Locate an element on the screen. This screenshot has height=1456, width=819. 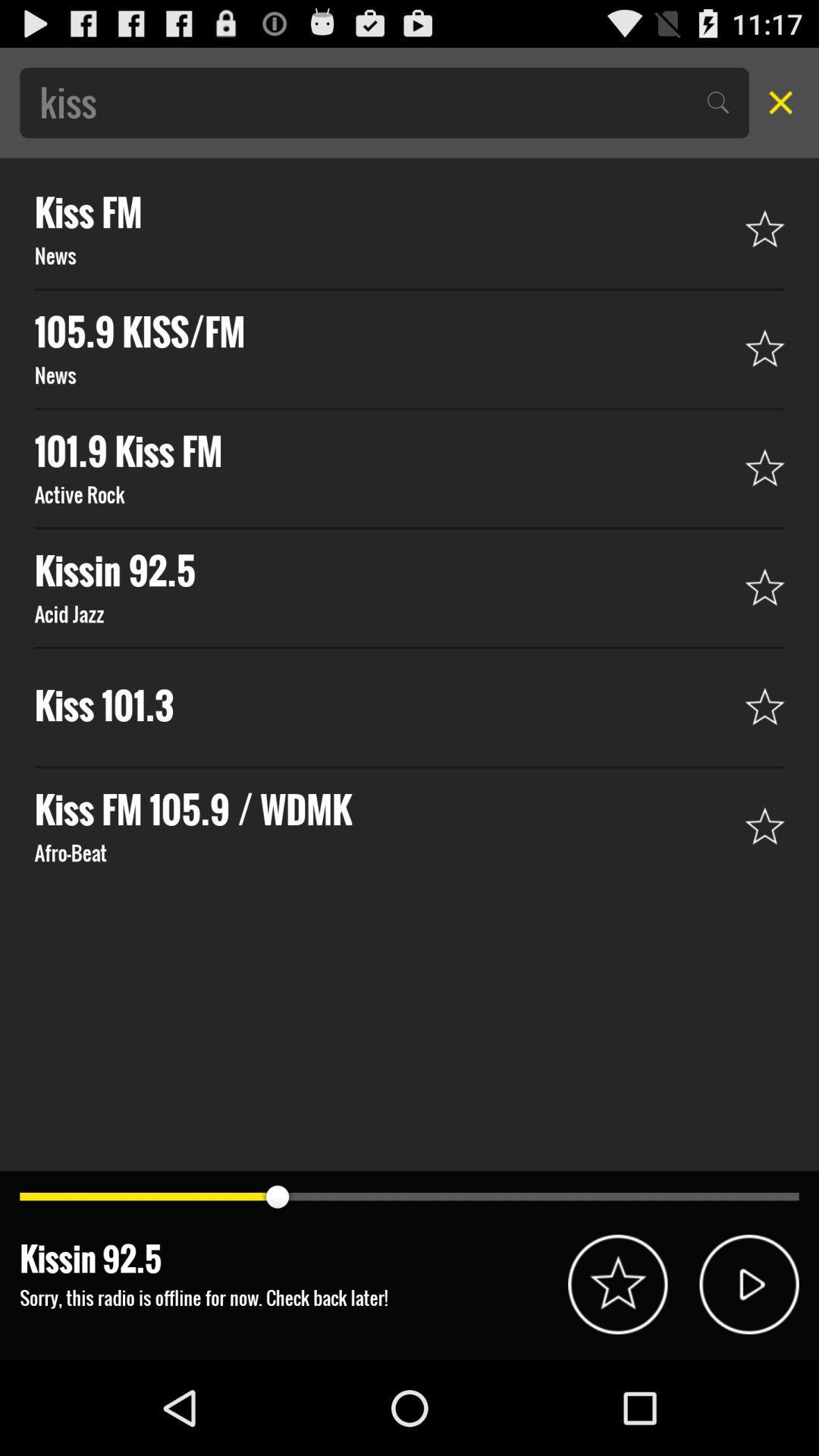
the close icon is located at coordinates (776, 108).